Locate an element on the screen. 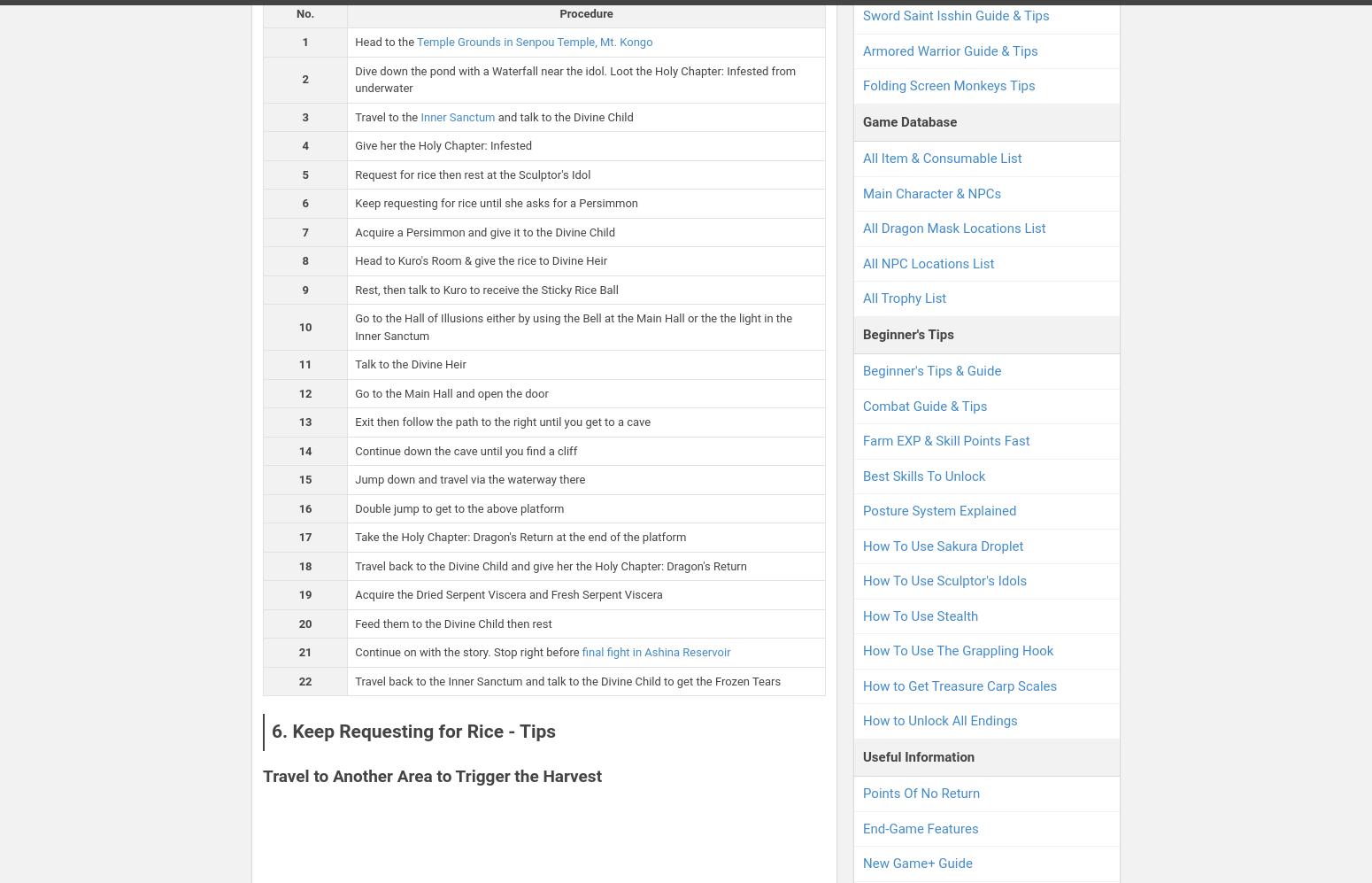 This screenshot has width=1372, height=883. 'Head to the' is located at coordinates (386, 41).